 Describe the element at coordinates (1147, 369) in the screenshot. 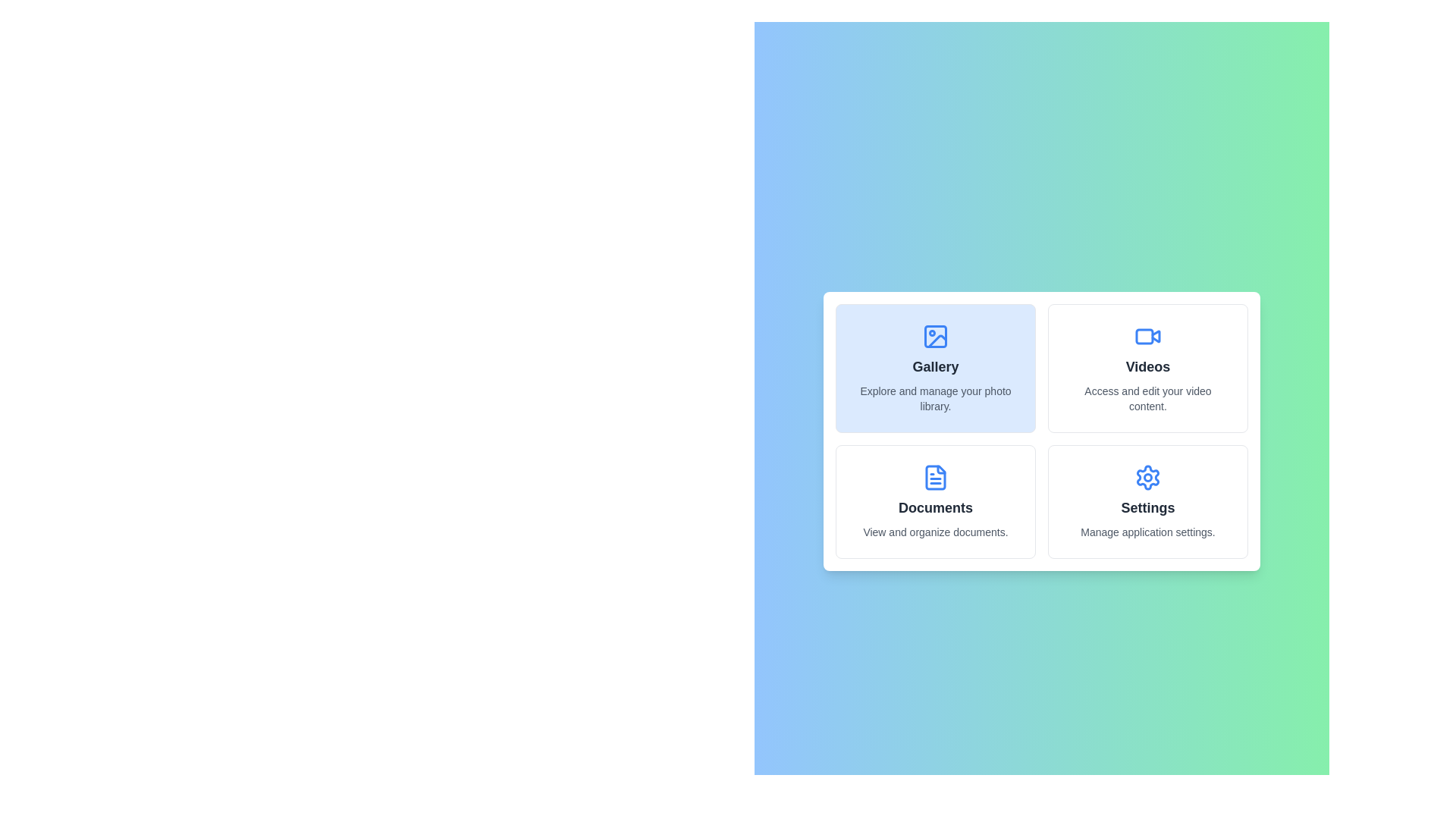

I see `the panel corresponding to Videos` at that location.